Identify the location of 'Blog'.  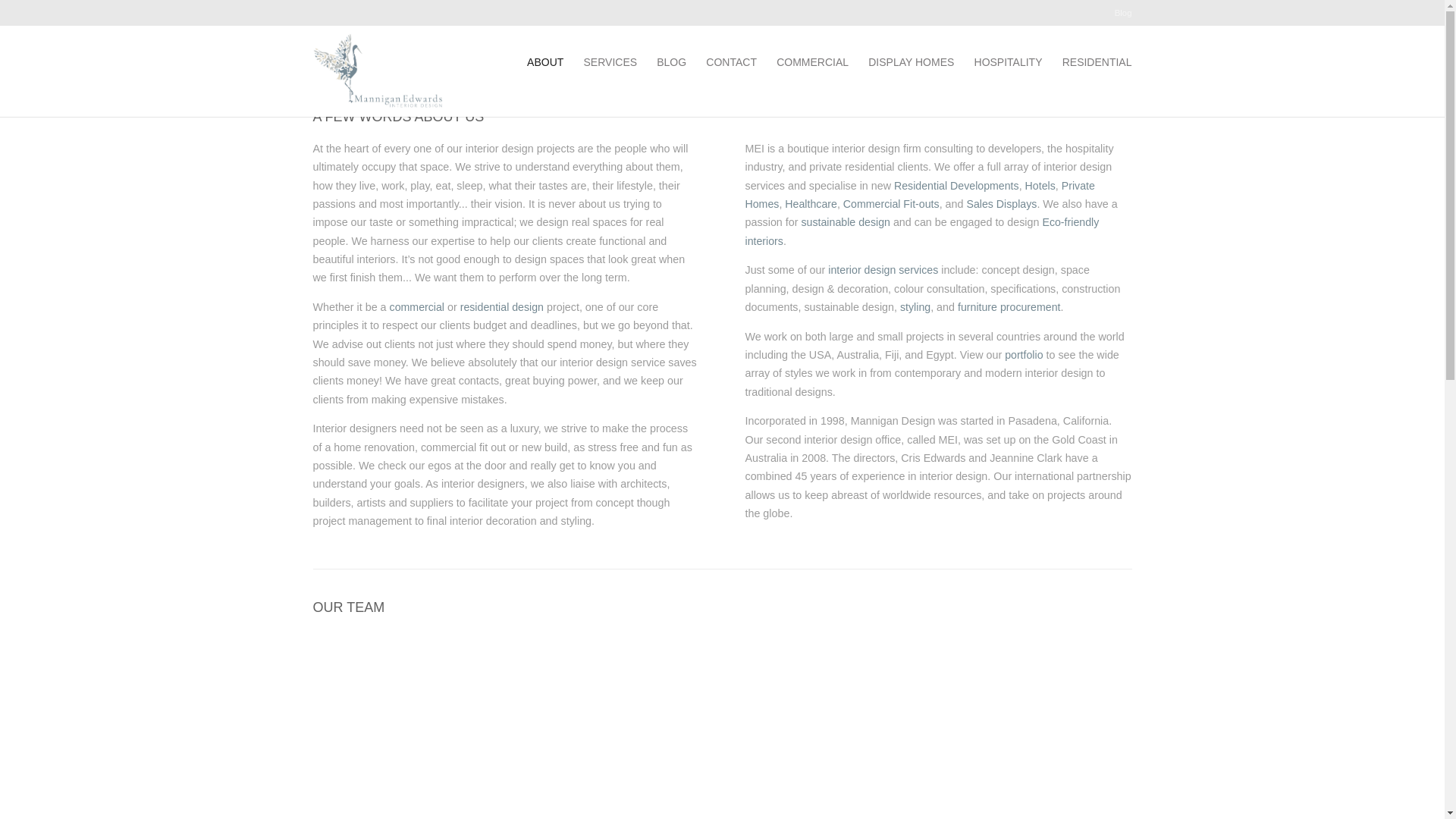
(1123, 17).